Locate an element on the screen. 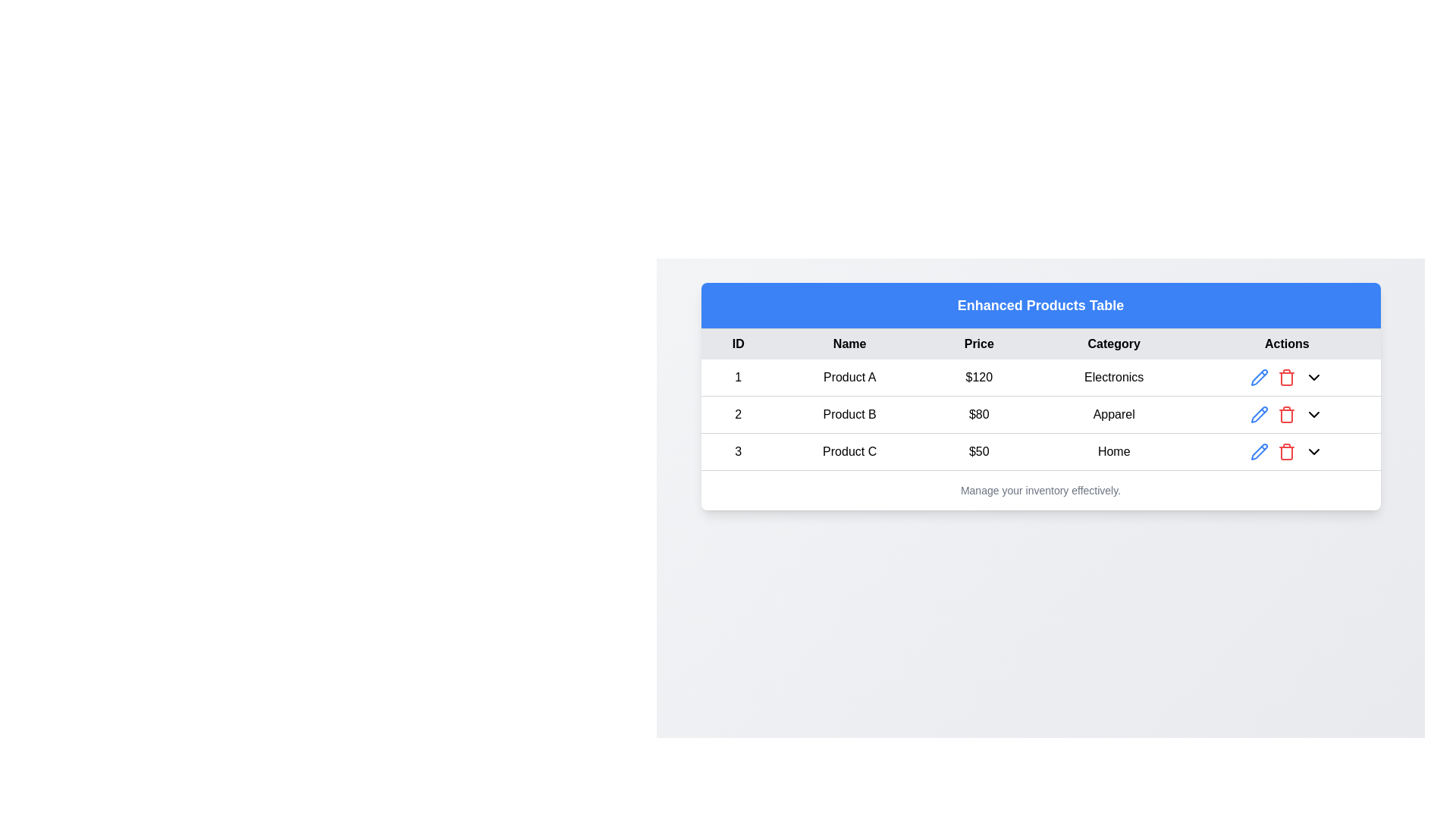  the numeric element '1' in the first cell of the first row of the table associated with 'Product A' is located at coordinates (738, 377).